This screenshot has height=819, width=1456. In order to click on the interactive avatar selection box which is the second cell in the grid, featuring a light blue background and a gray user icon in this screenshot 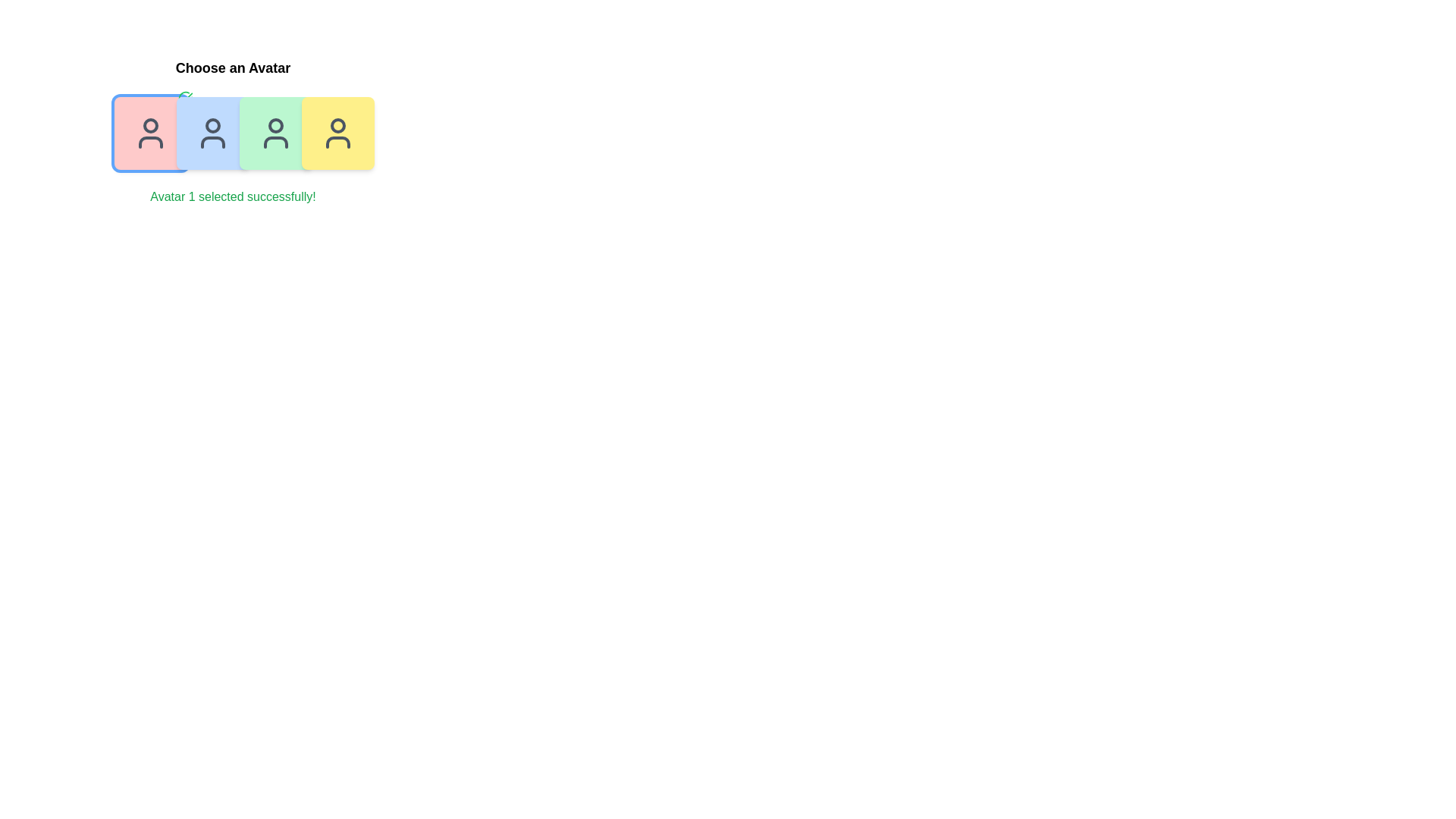, I will do `click(232, 133)`.